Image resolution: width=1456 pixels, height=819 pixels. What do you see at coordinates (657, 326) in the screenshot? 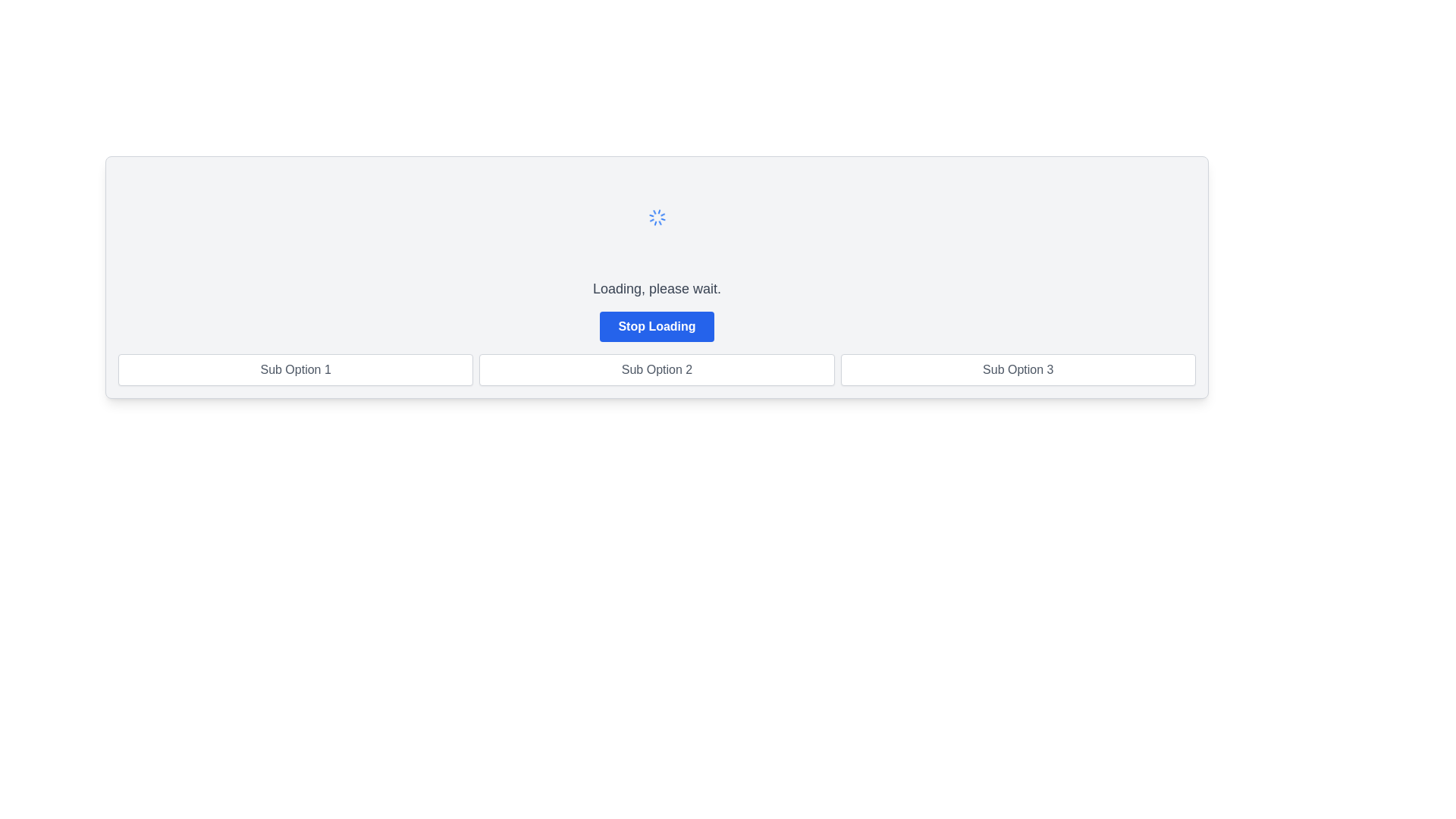
I see `the 'Stop' button that is centrally positioned beneath the text 'Loading, please wait.' to halt the ongoing loading process` at bounding box center [657, 326].